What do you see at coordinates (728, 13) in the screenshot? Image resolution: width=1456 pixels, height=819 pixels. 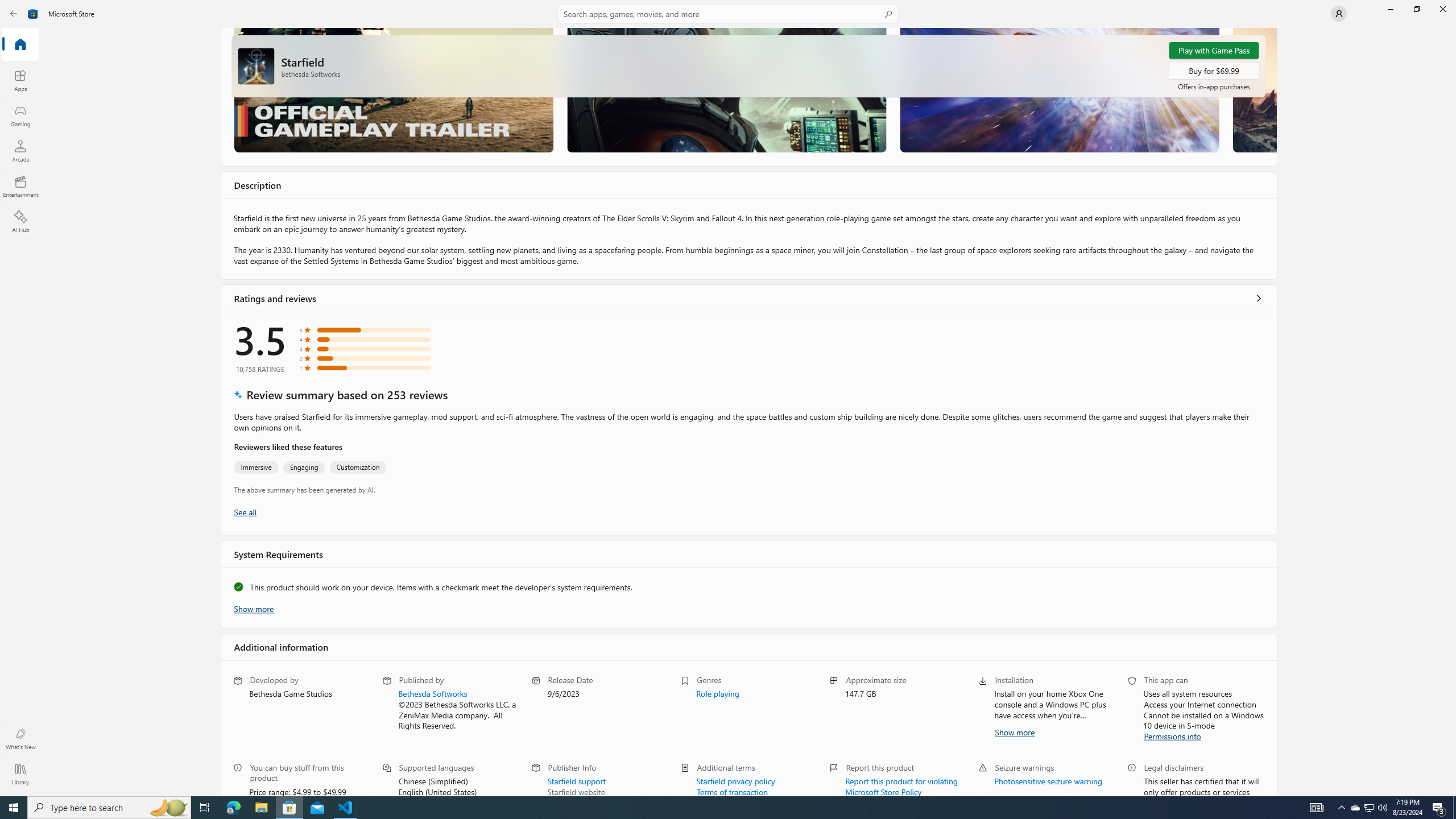 I see `'Search'` at bounding box center [728, 13].